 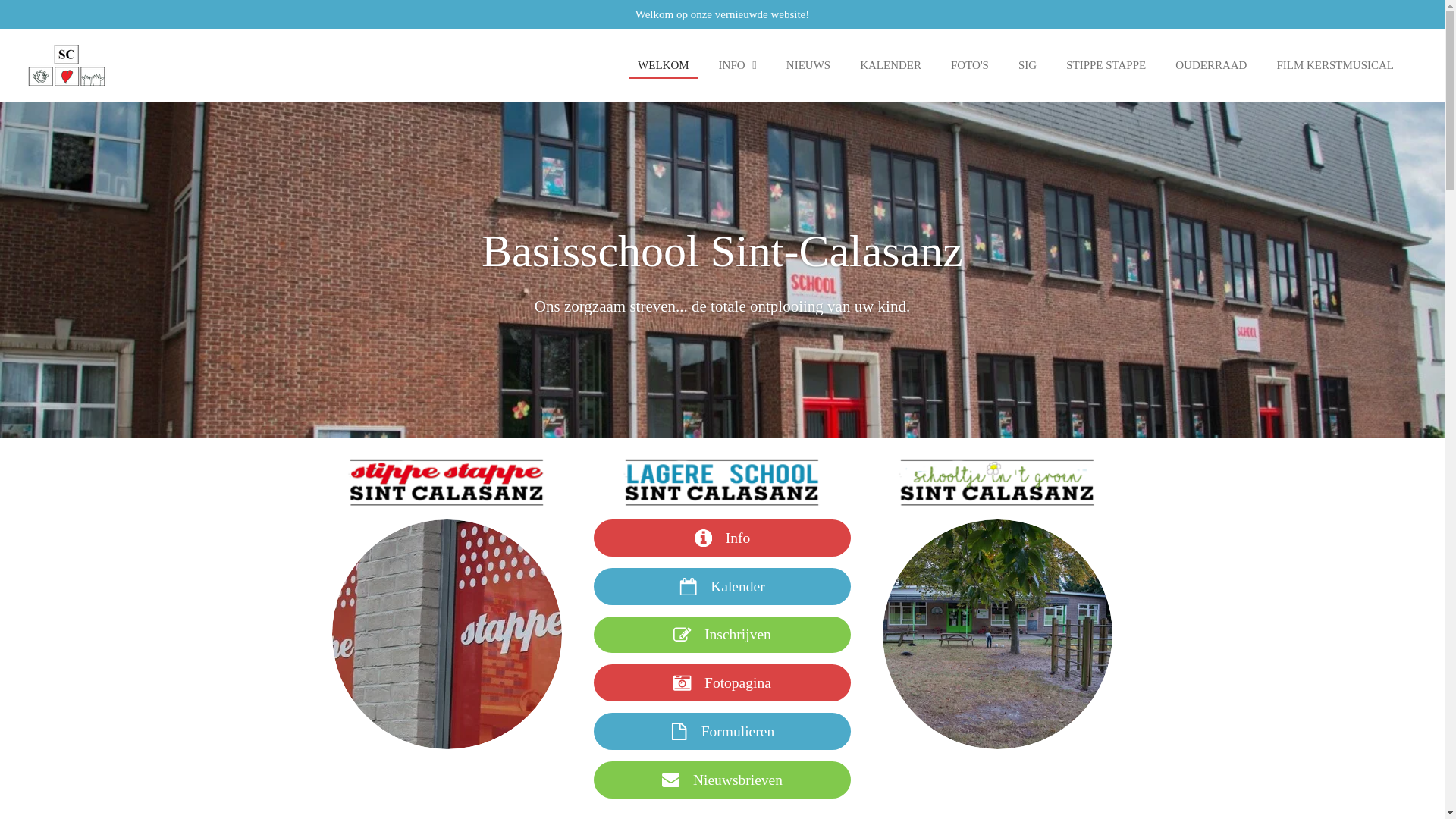 What do you see at coordinates (738, 64) in the screenshot?
I see `'INFO'` at bounding box center [738, 64].